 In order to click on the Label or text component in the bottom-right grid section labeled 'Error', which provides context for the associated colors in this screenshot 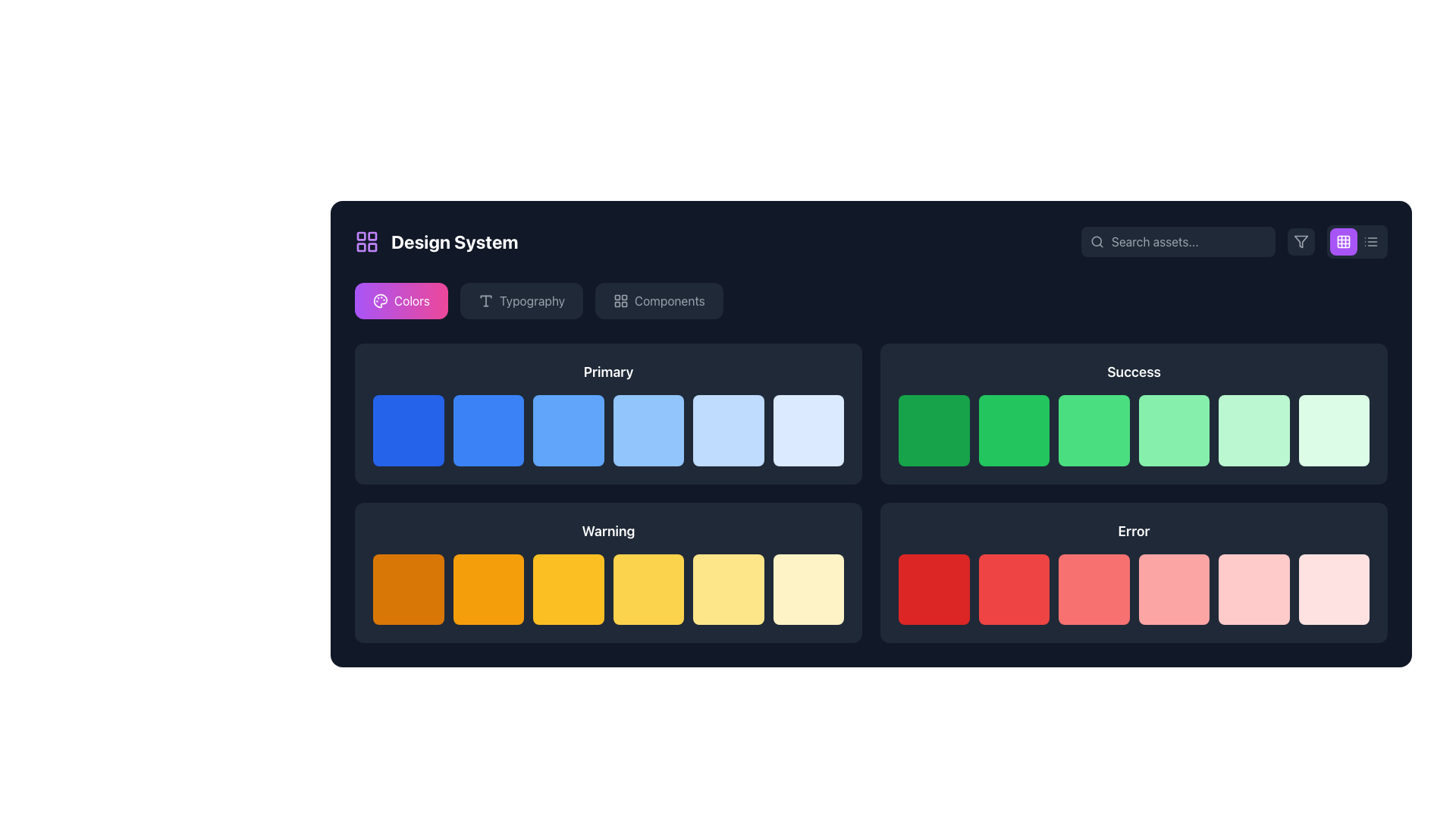, I will do `click(1134, 530)`.